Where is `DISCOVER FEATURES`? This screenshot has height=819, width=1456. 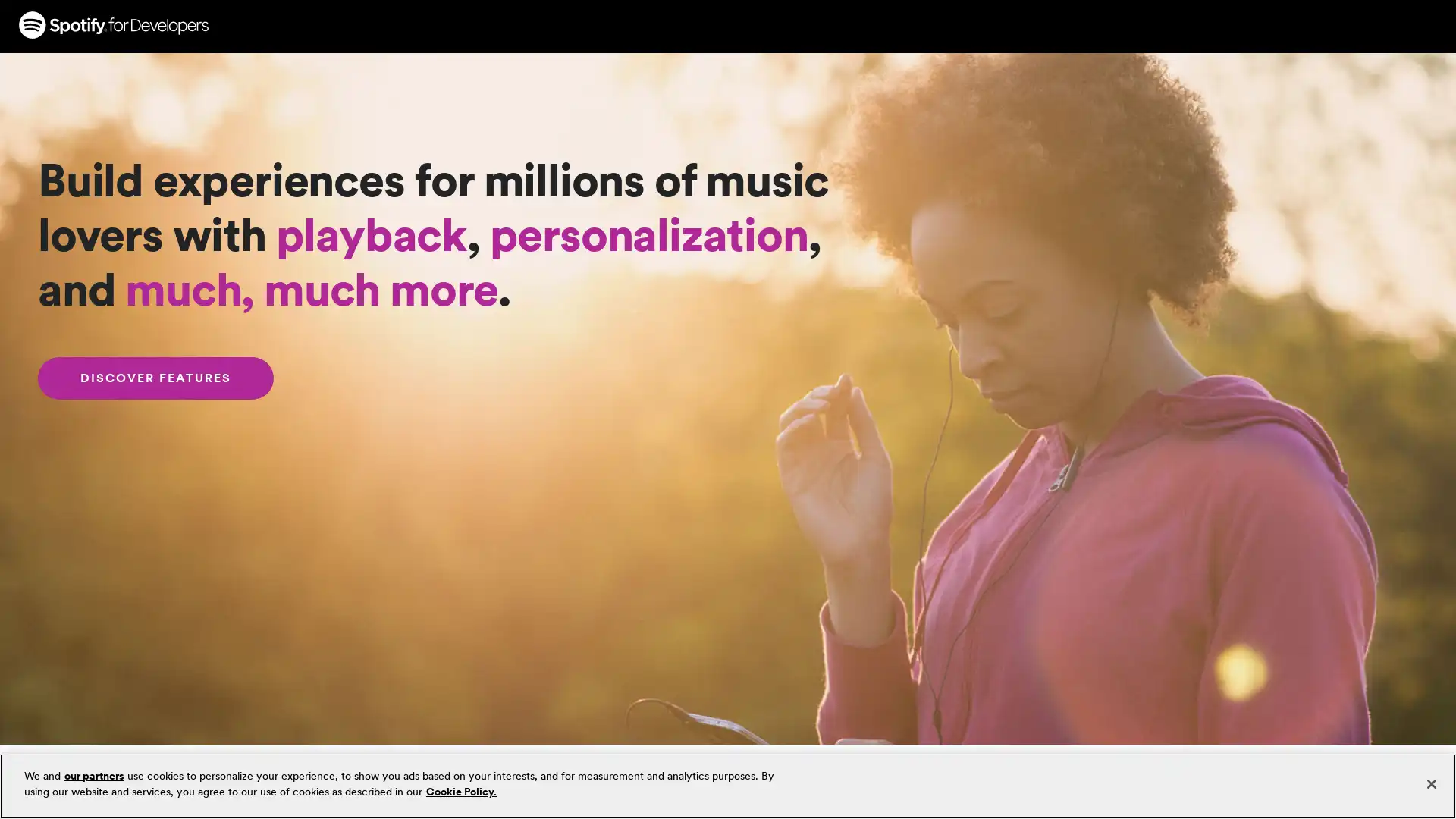 DISCOVER FEATURES is located at coordinates (155, 378).